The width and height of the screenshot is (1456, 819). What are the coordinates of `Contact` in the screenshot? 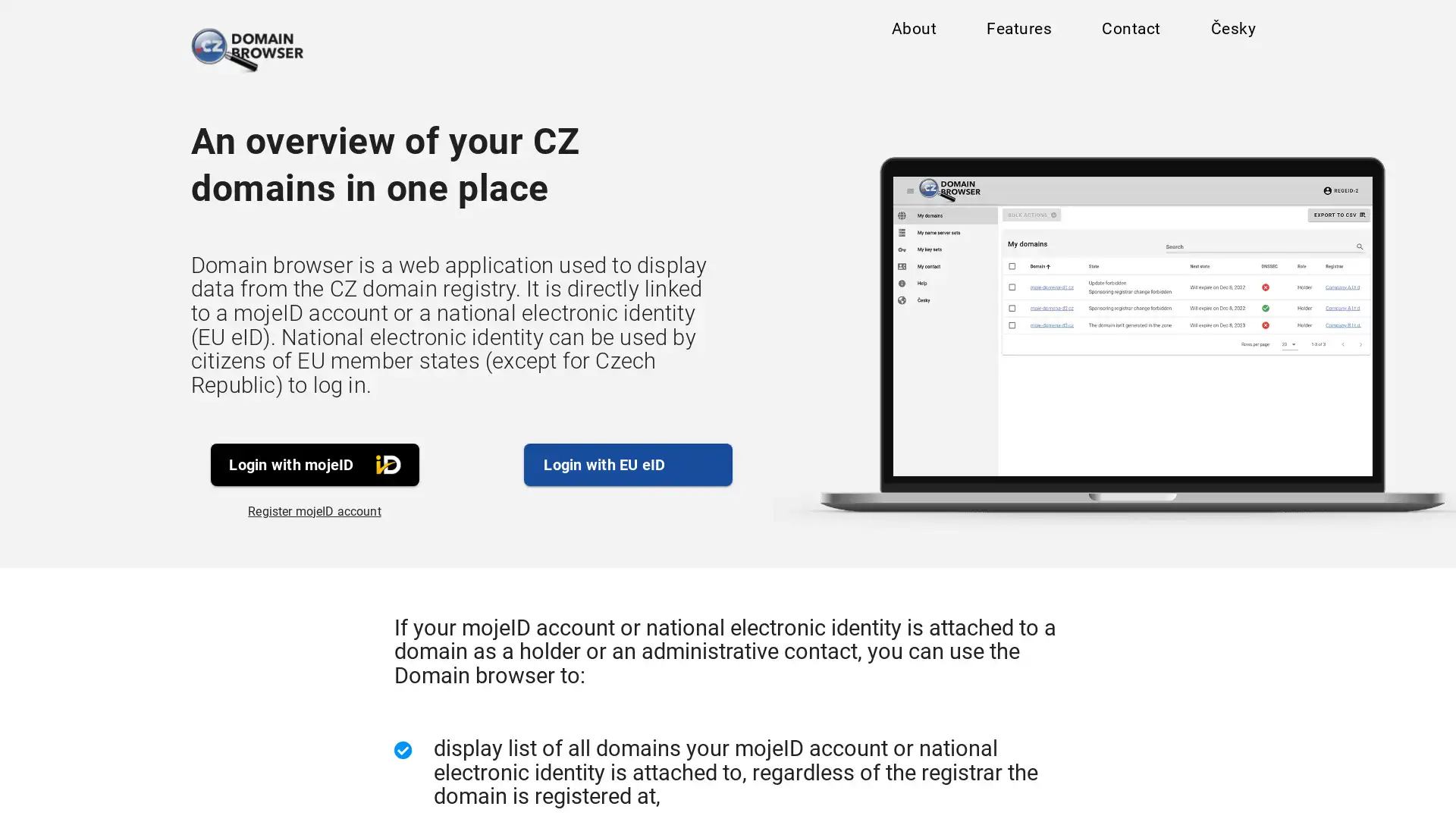 It's located at (1130, 32).